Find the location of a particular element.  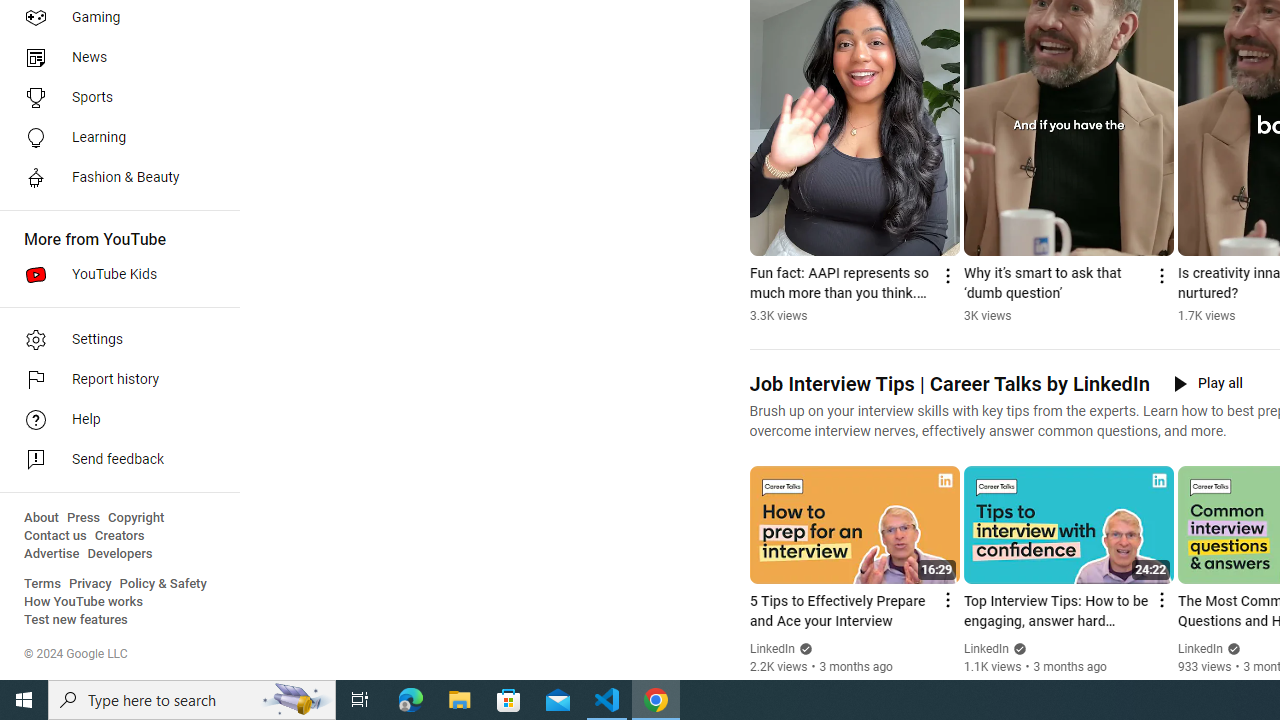

'Developers' is located at coordinates (119, 554).